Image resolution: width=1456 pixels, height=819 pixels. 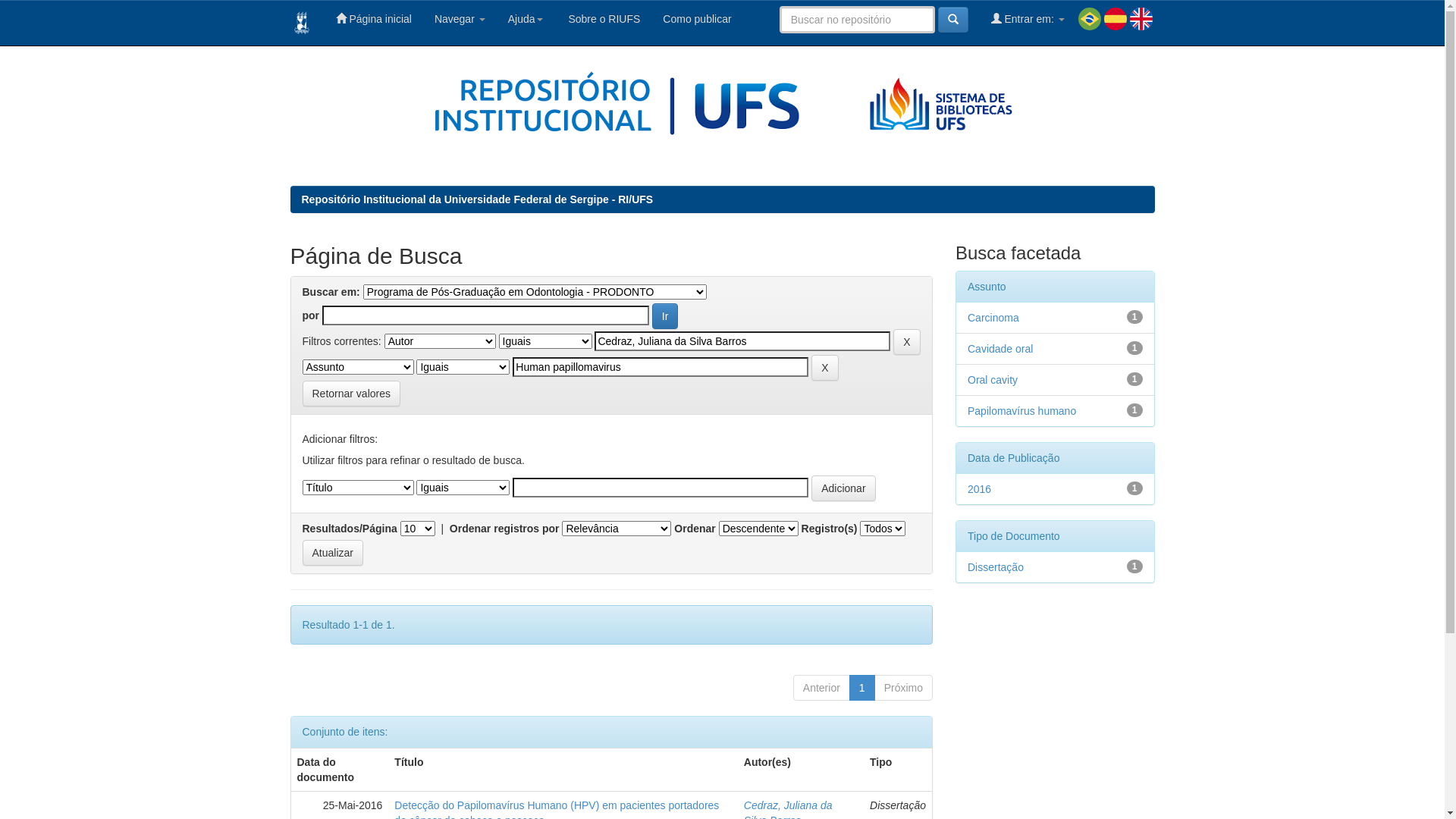 What do you see at coordinates (993, 379) in the screenshot?
I see `'Oral cavity'` at bounding box center [993, 379].